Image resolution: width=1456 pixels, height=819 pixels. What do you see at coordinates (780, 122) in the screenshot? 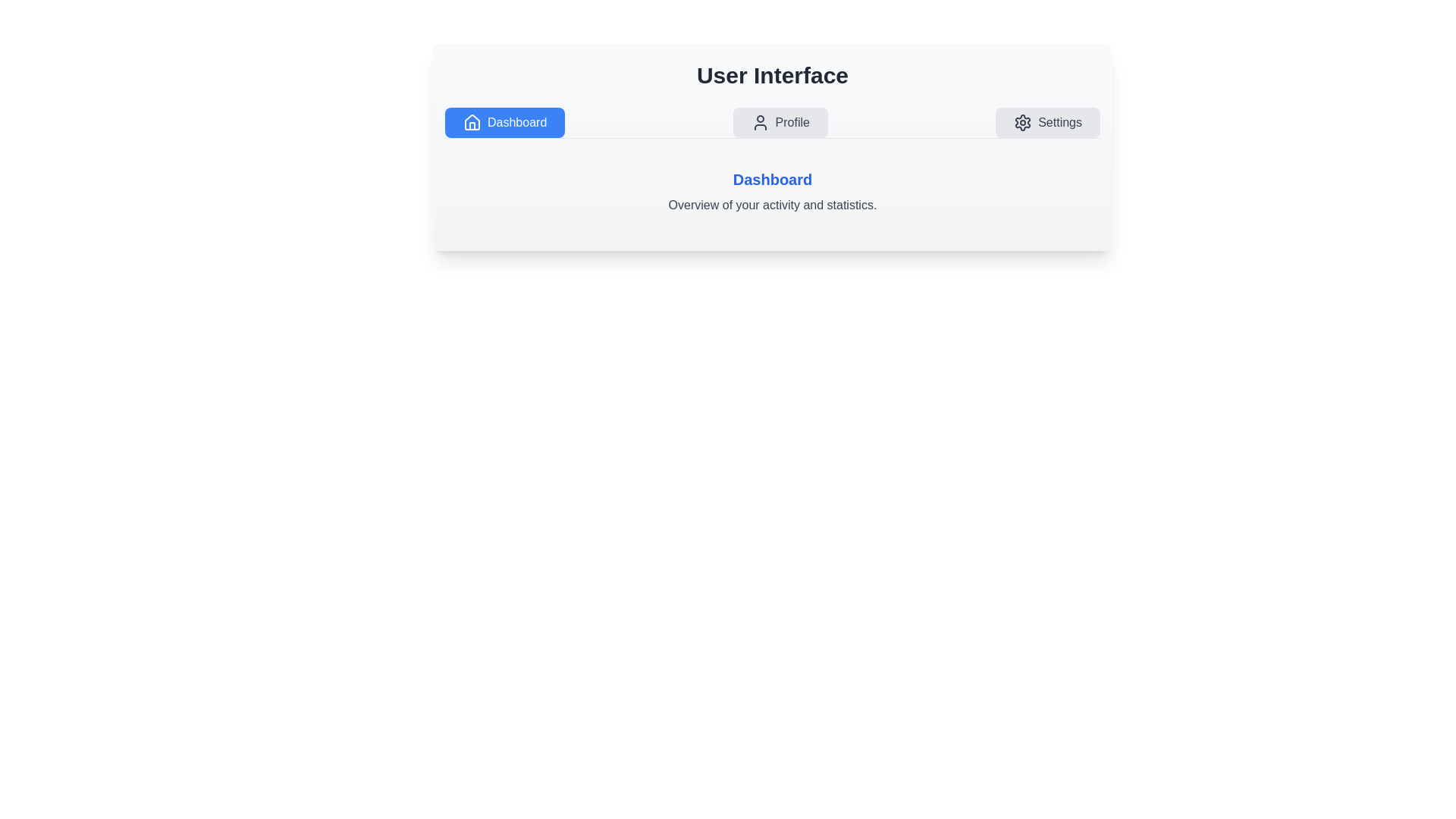
I see `the tab button labeled Profile` at bounding box center [780, 122].